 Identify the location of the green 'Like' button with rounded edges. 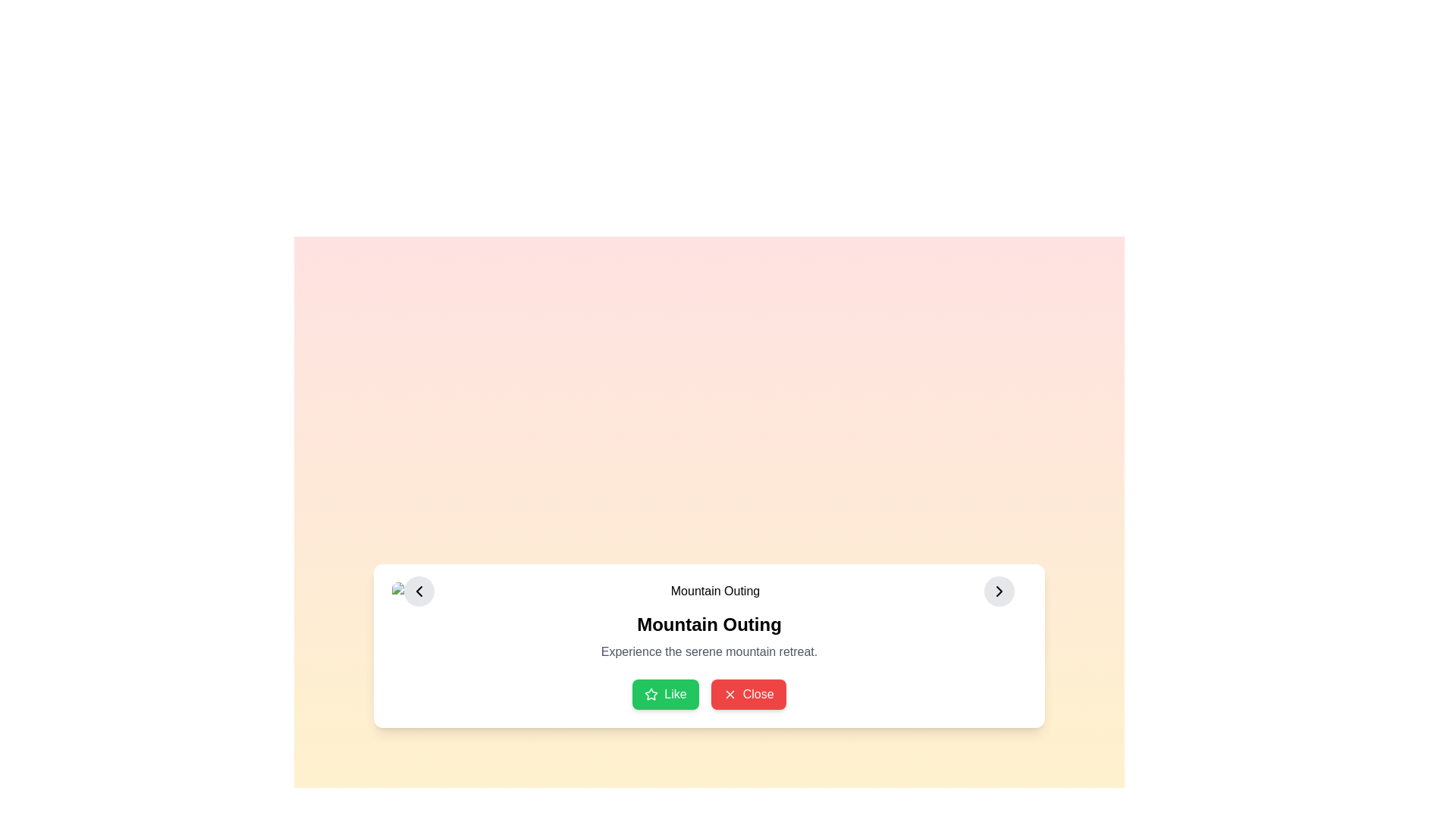
(666, 694).